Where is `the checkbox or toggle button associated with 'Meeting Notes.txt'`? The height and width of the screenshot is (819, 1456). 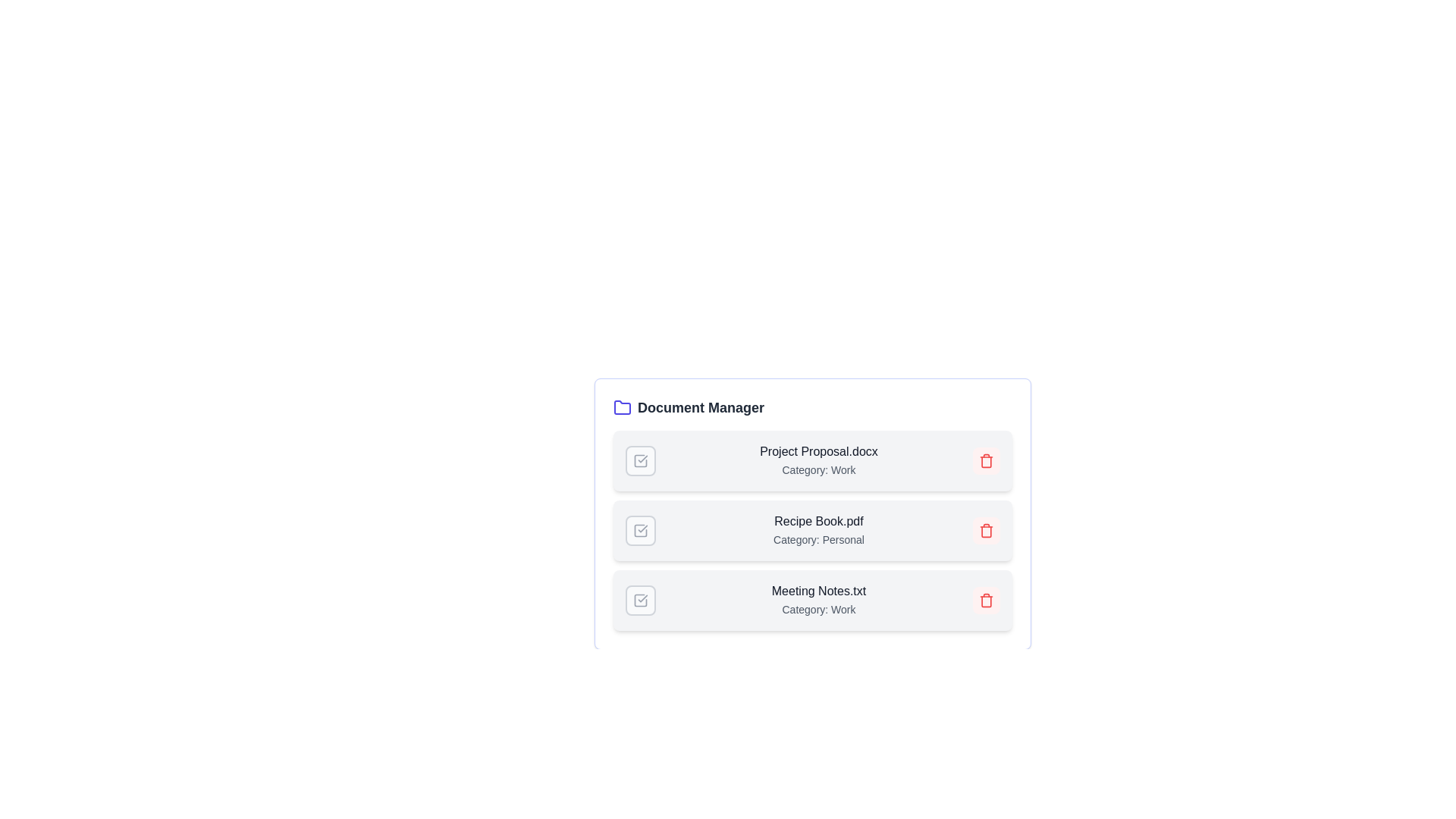 the checkbox or toggle button associated with 'Meeting Notes.txt' is located at coordinates (640, 599).